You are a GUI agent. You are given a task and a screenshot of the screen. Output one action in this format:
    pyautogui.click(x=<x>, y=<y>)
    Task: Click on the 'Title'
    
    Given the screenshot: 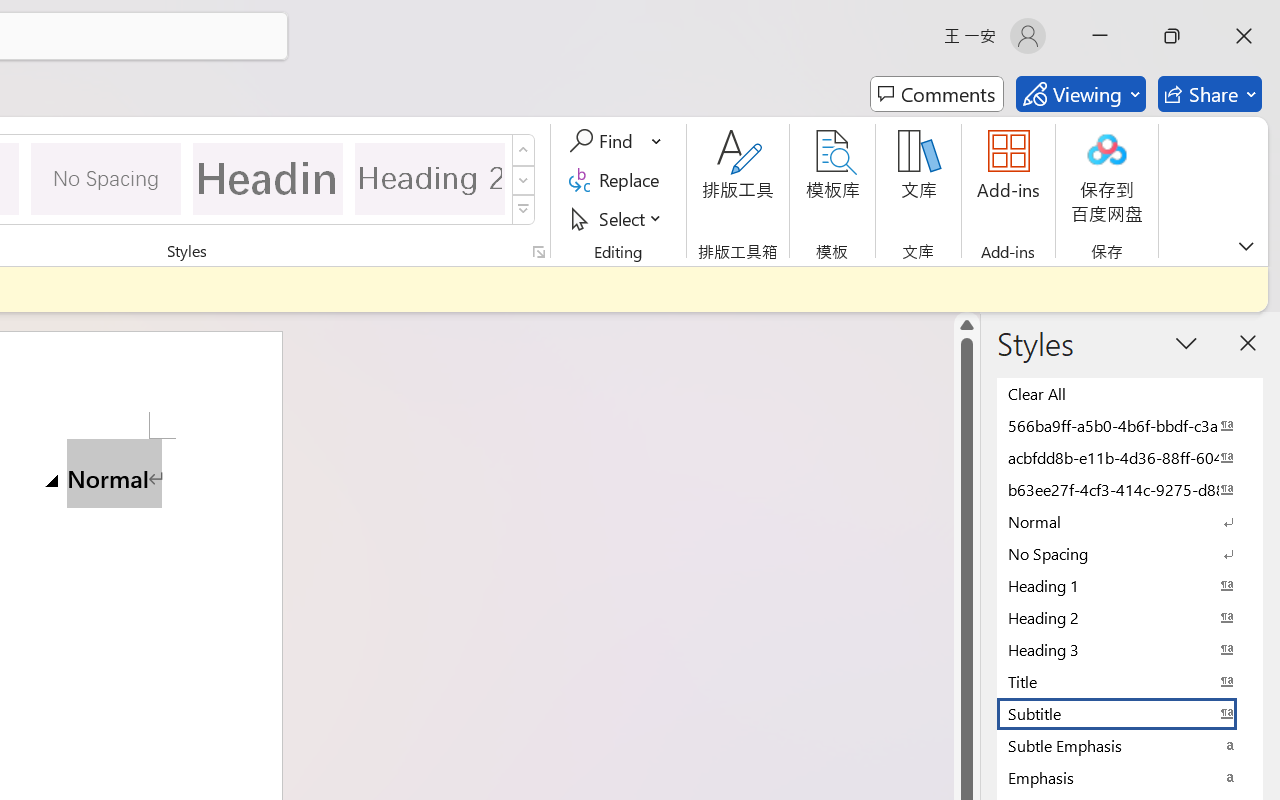 What is the action you would take?
    pyautogui.click(x=1130, y=681)
    